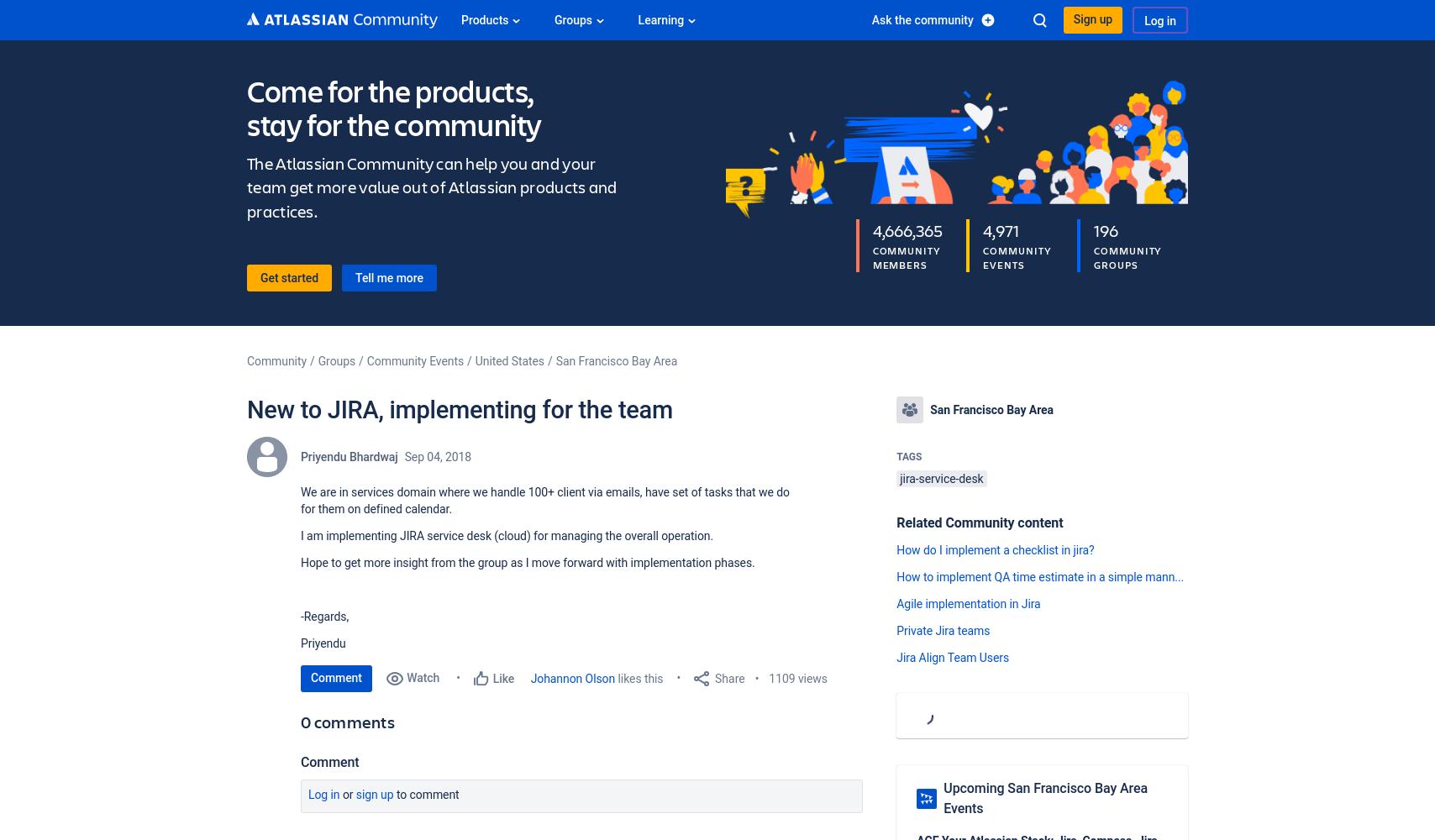  Describe the element at coordinates (871, 230) in the screenshot. I see `'4,666,365'` at that location.